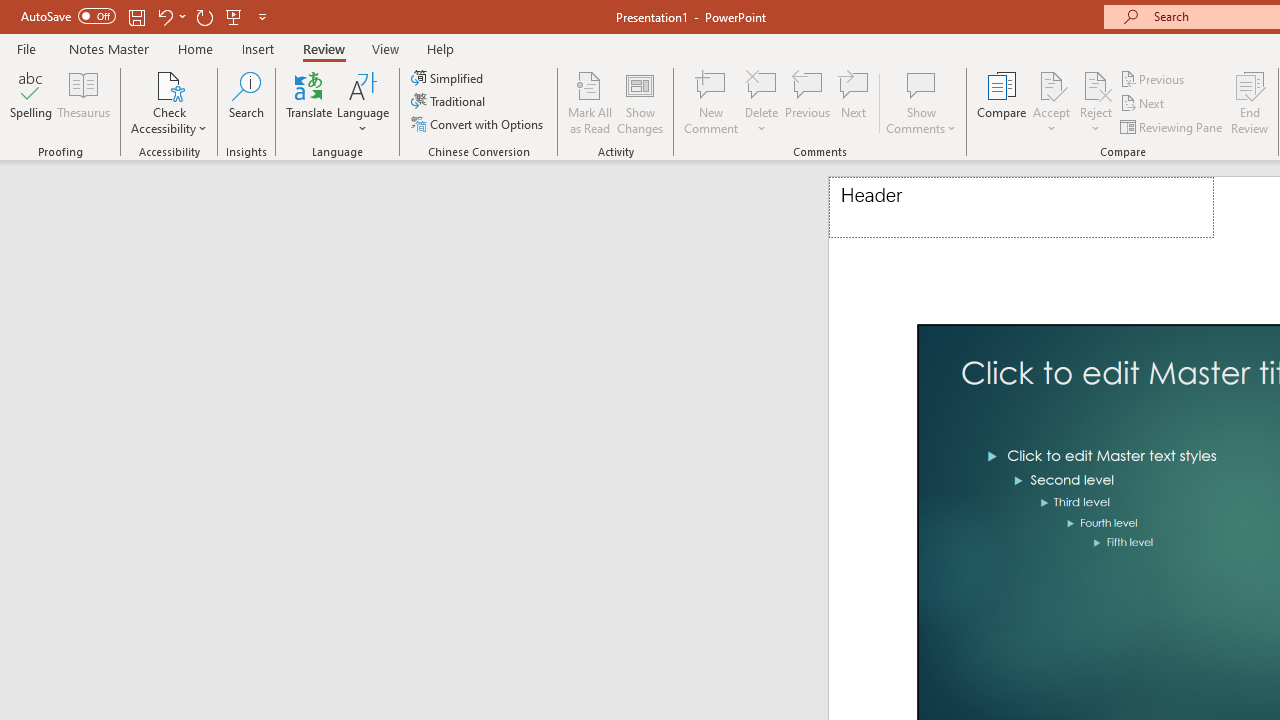 The image size is (1280, 720). I want to click on 'Thesaurus...', so click(82, 103).